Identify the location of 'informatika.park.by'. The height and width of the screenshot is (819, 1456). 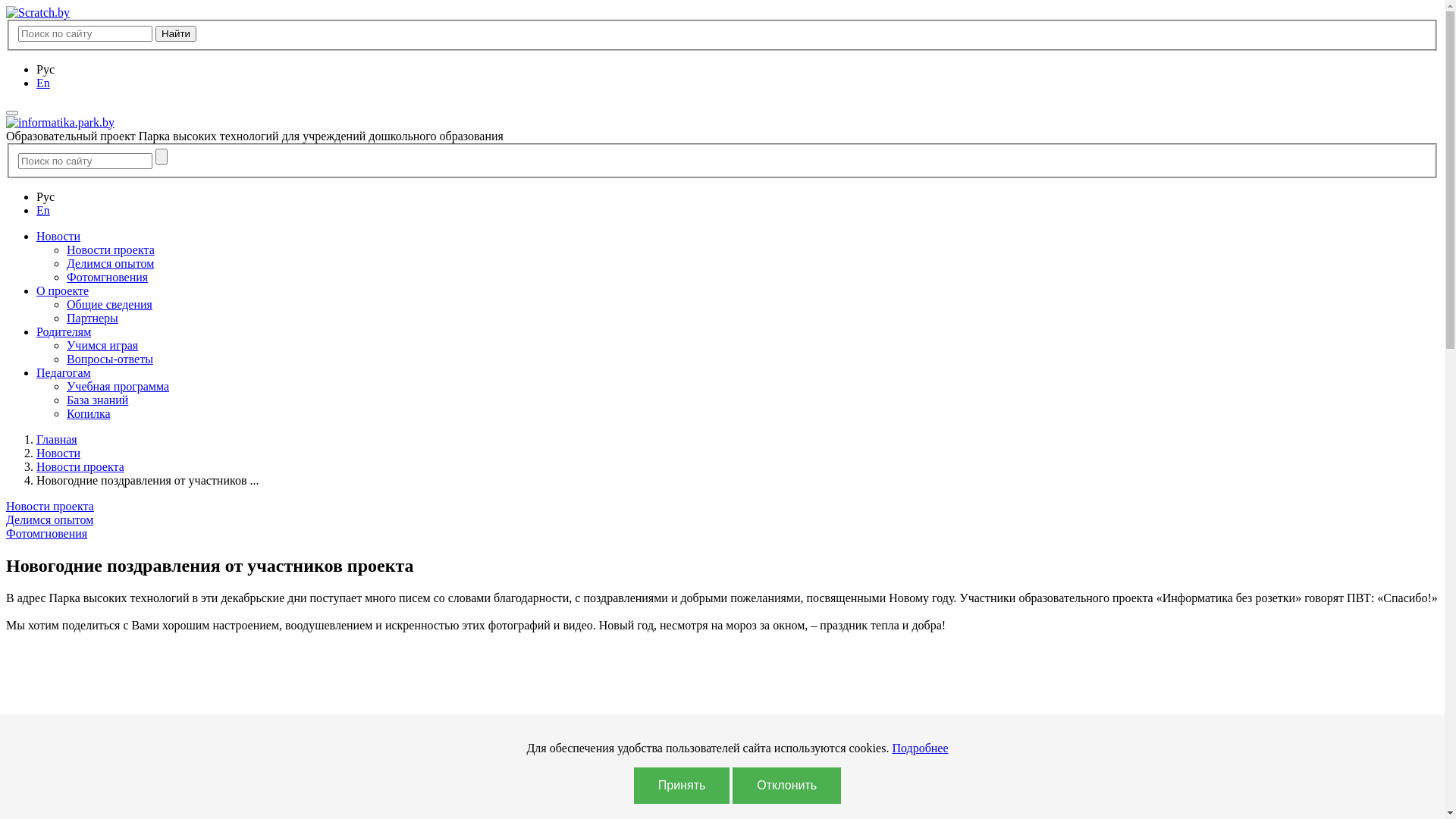
(60, 122).